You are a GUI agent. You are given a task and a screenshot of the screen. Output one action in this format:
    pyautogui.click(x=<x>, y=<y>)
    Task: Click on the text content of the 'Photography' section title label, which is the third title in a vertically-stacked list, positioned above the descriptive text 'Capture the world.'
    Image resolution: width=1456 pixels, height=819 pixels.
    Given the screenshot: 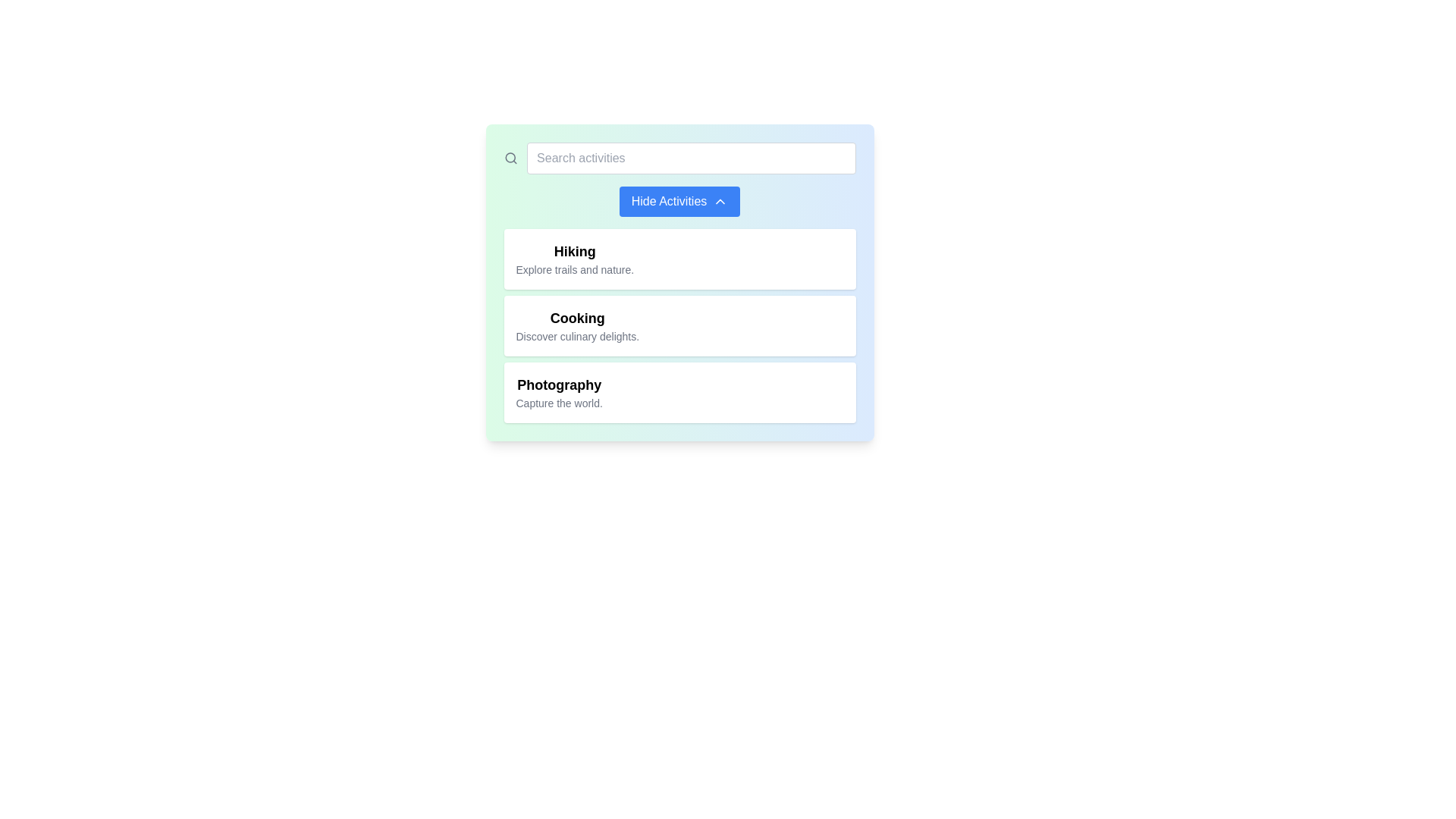 What is the action you would take?
    pyautogui.click(x=558, y=384)
    